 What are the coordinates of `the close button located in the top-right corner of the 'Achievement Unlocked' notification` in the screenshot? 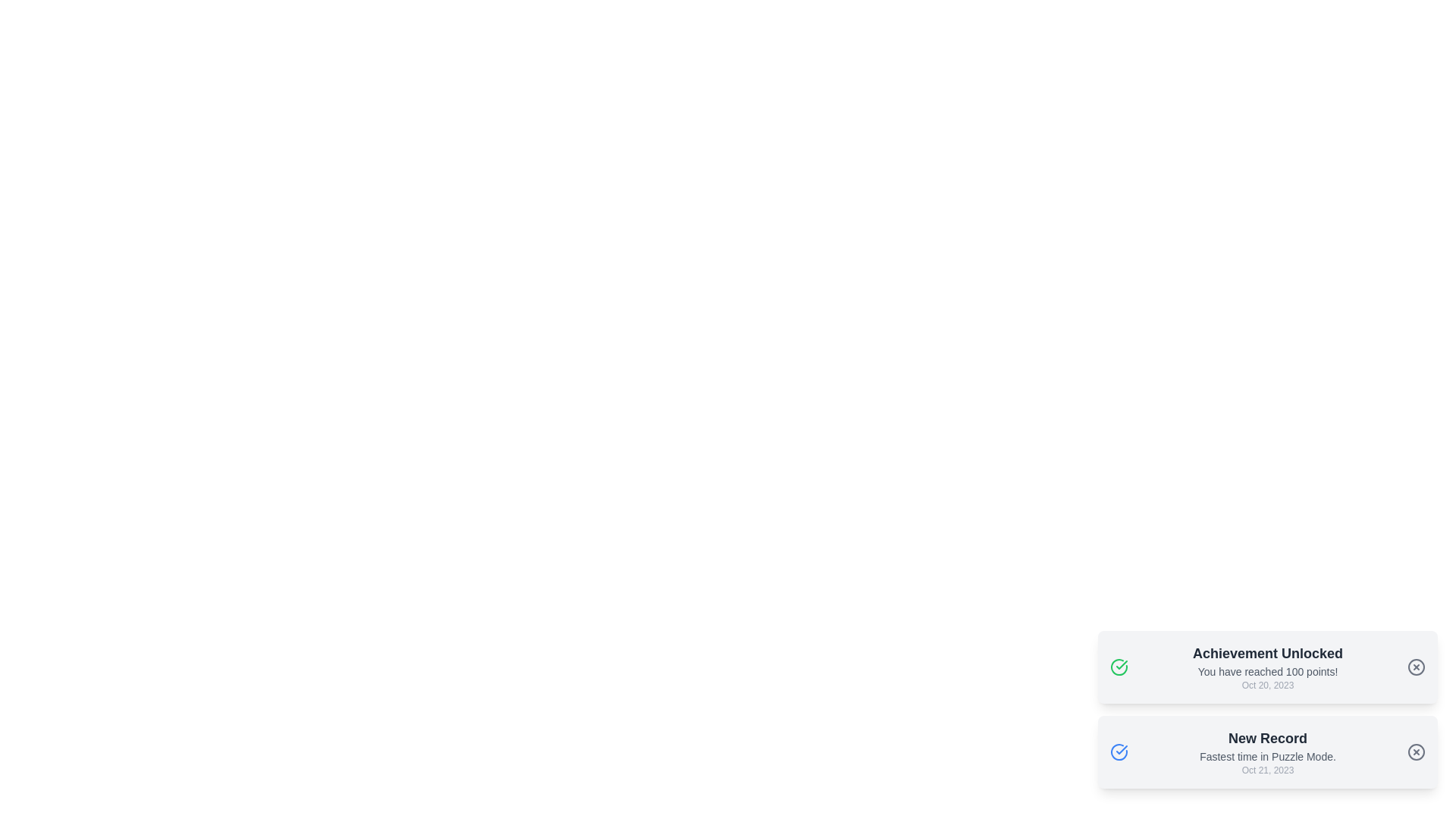 It's located at (1415, 666).